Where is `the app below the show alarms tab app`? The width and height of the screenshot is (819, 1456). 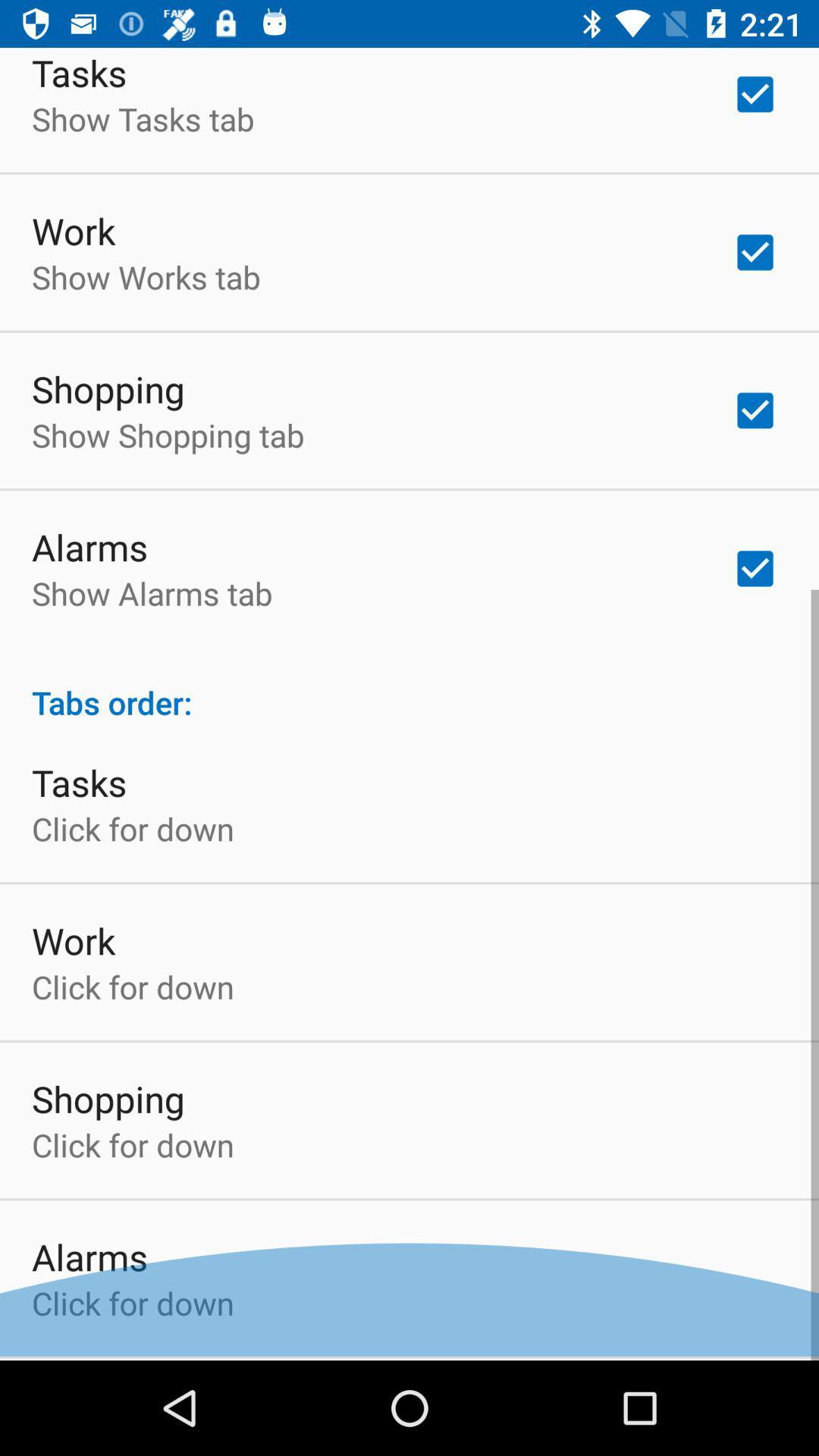 the app below the show alarms tab app is located at coordinates (409, 689).